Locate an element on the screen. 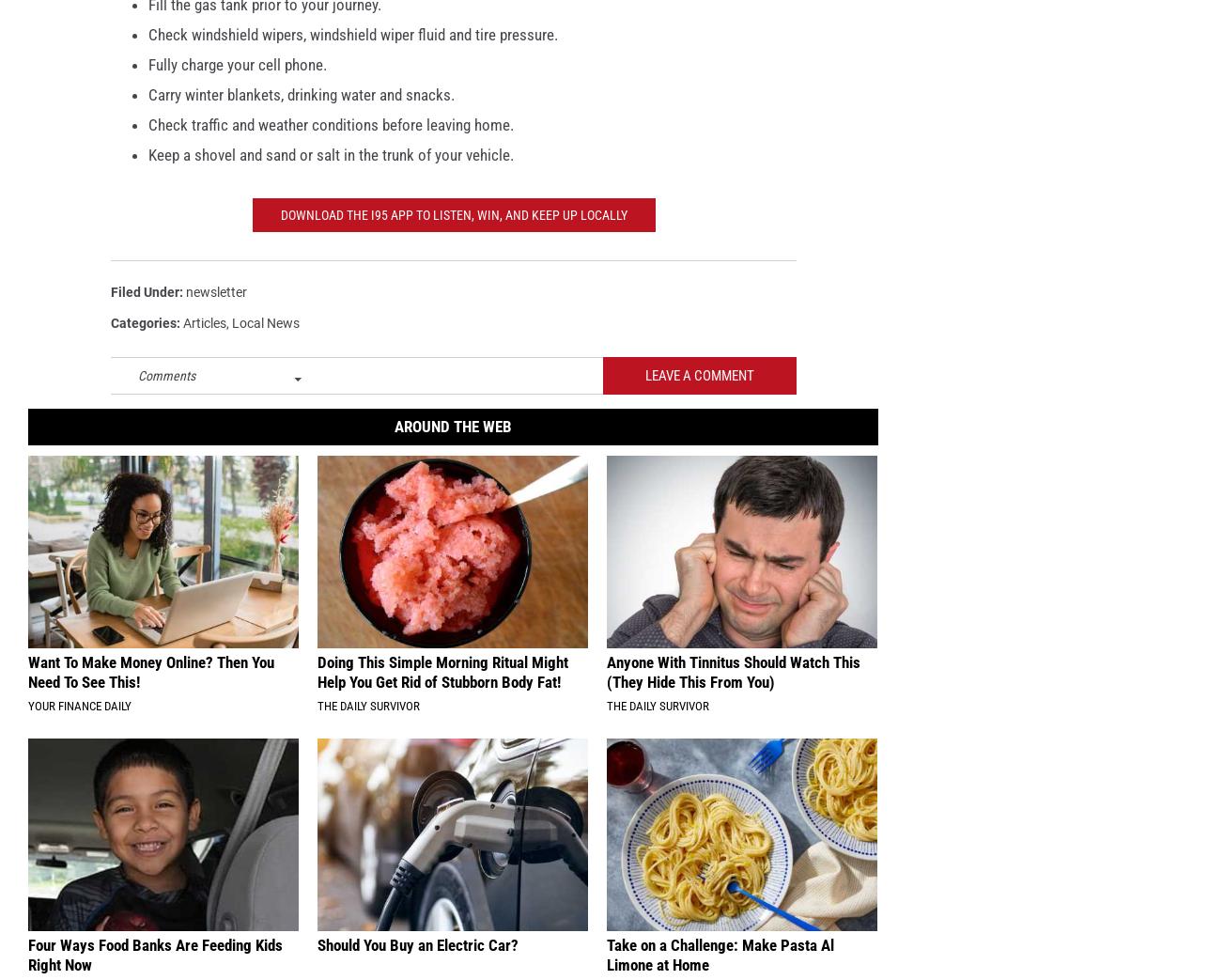 This screenshot has width=1208, height=980. 'Filed Under' is located at coordinates (145, 303).